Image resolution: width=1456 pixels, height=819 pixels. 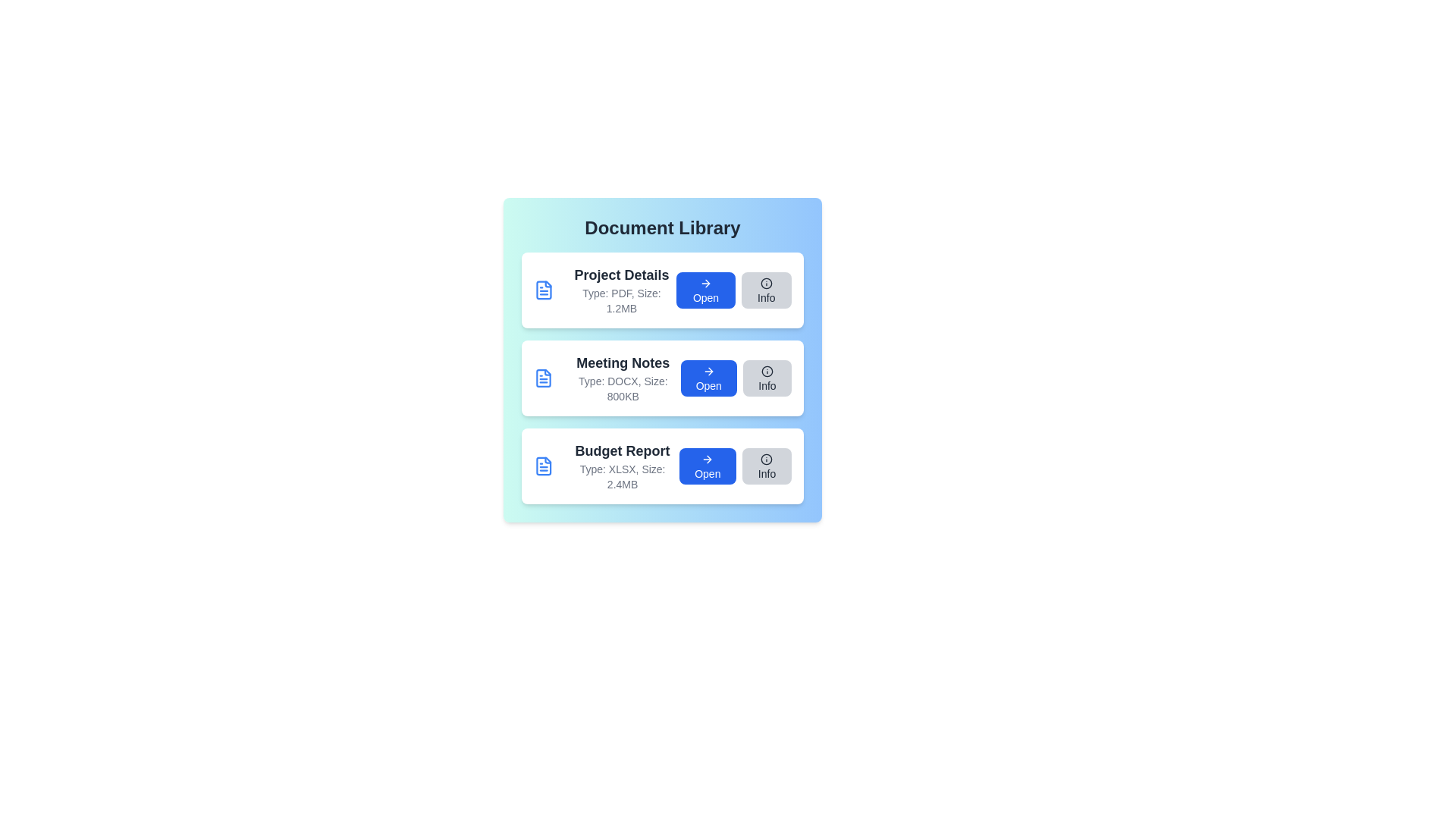 I want to click on the 'Info' button for the document titled 'Meeting Notes', so click(x=767, y=377).